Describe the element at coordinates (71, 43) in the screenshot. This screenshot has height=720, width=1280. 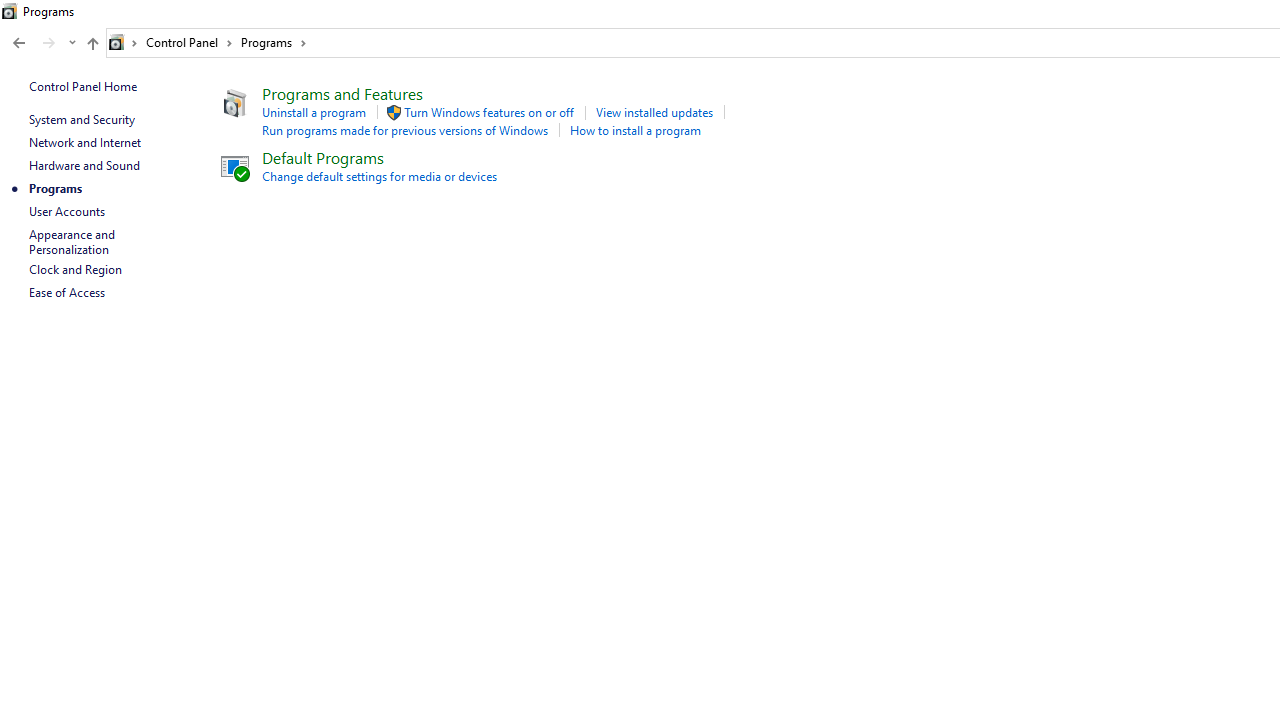
I see `'Recent locations'` at that location.